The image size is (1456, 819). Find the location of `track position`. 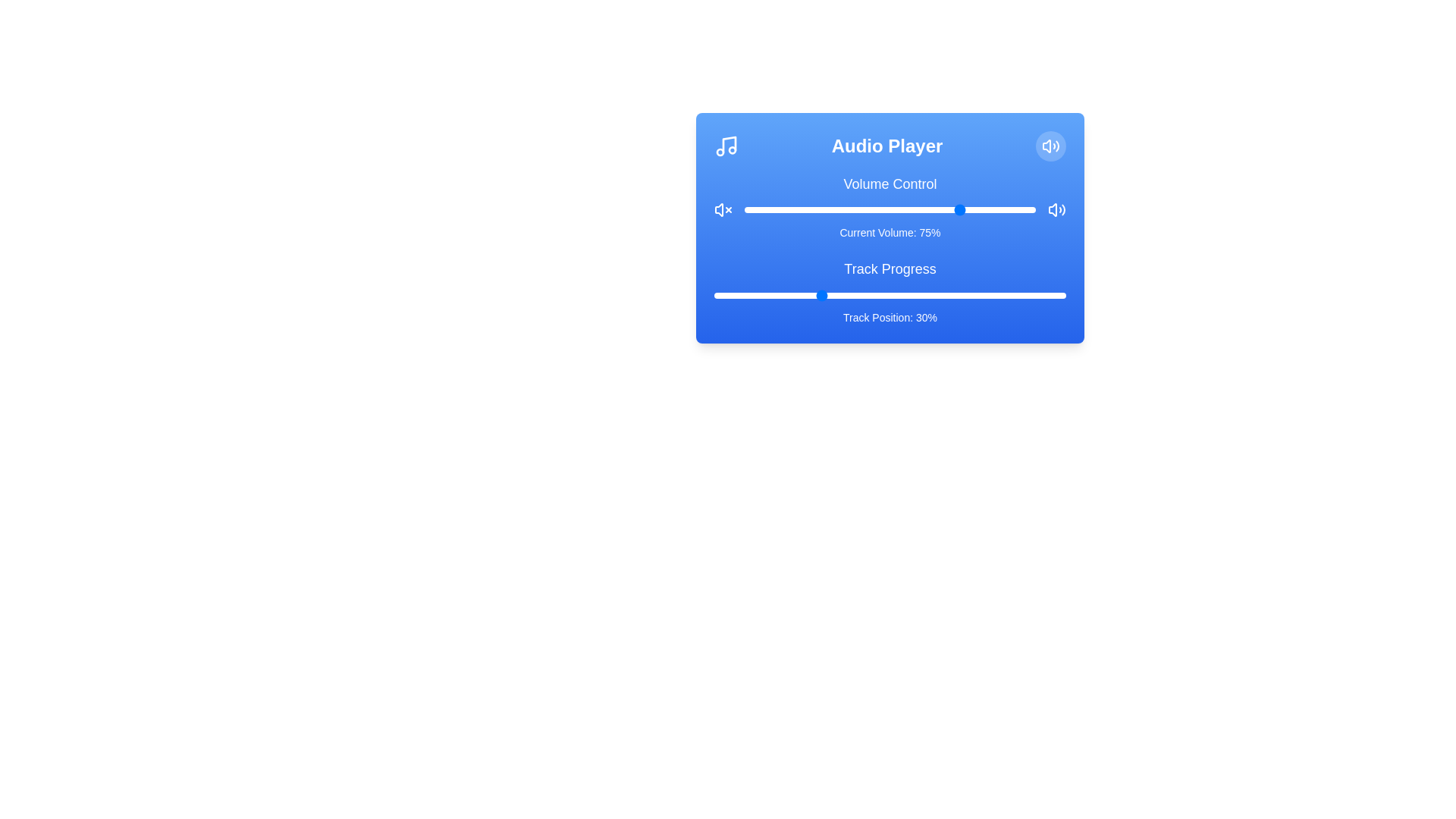

track position is located at coordinates (1009, 295).